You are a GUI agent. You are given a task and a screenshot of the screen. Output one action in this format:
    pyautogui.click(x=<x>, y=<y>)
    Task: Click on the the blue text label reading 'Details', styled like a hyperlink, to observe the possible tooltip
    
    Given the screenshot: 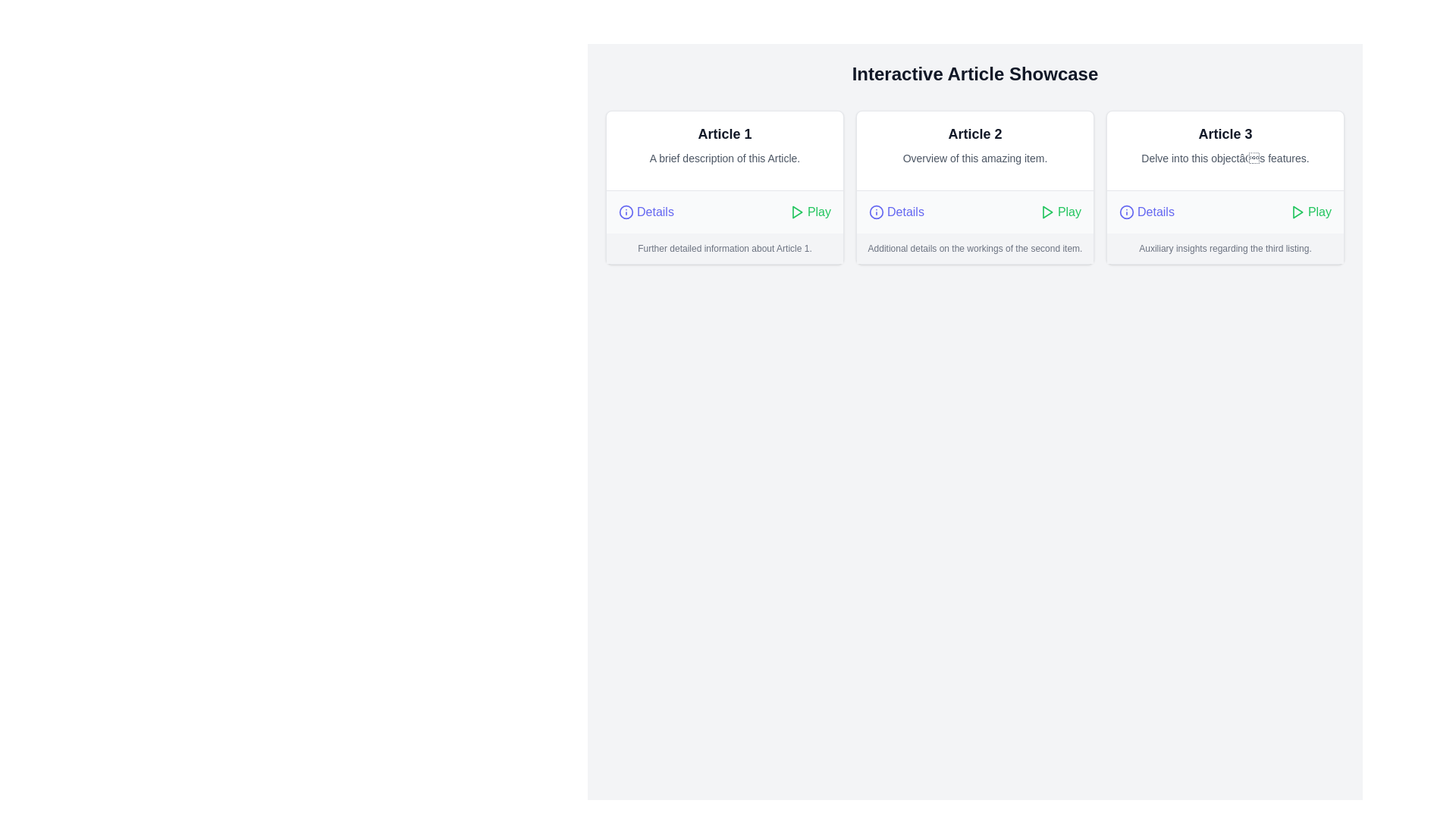 What is the action you would take?
    pyautogui.click(x=1155, y=212)
    